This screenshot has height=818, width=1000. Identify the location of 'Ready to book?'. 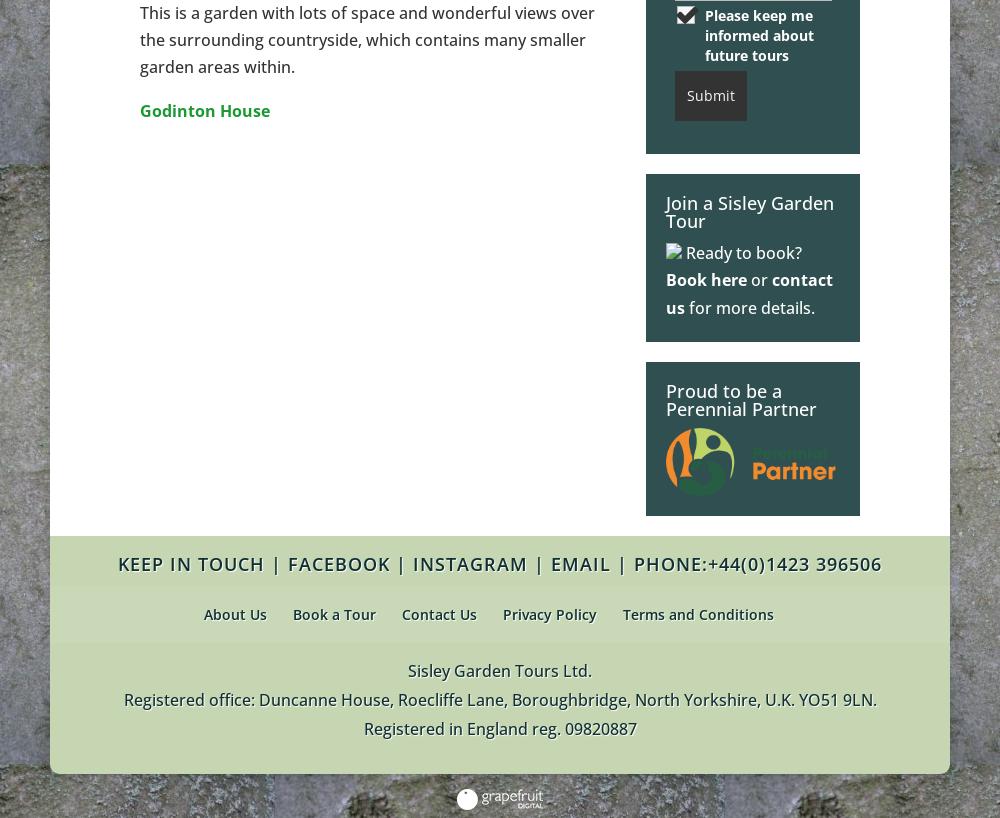
(741, 253).